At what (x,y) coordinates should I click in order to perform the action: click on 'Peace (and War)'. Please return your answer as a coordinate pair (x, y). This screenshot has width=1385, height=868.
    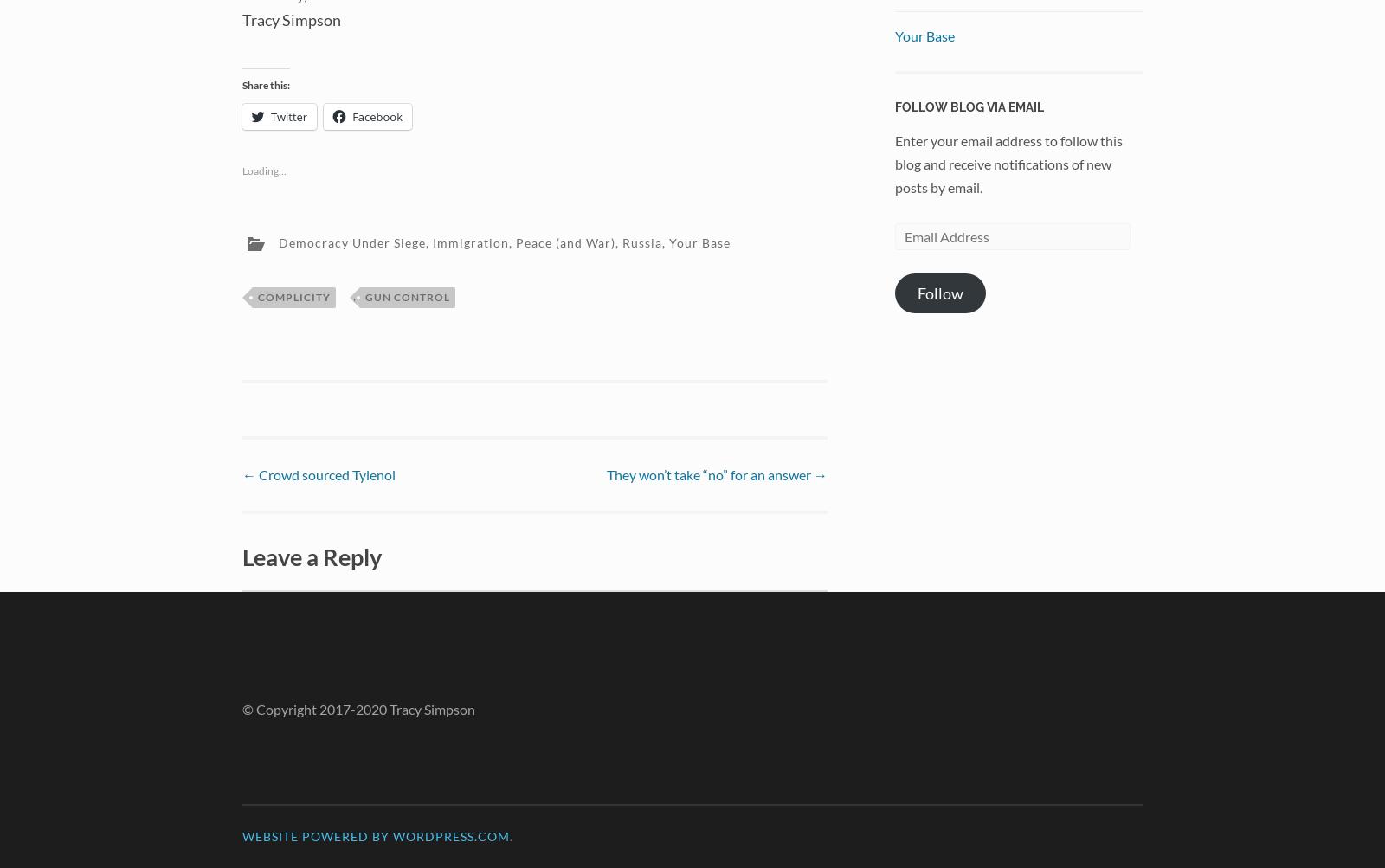
    Looking at the image, I should click on (565, 241).